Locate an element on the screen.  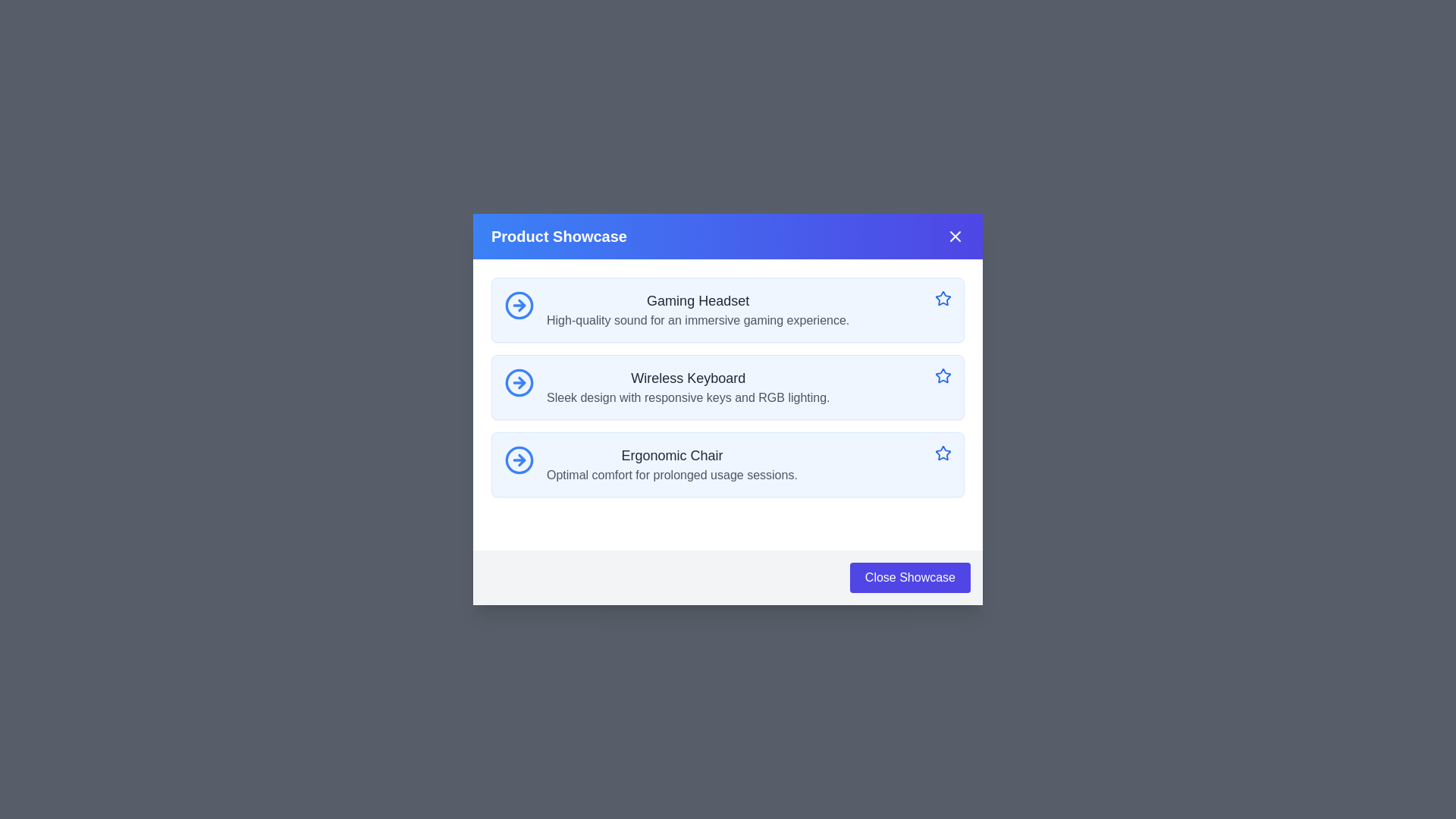
the blue star-shaped interactive graphic with a hollow center, positioned to the far right of the 'Ergonomic Chair' information tile is located at coordinates (942, 452).